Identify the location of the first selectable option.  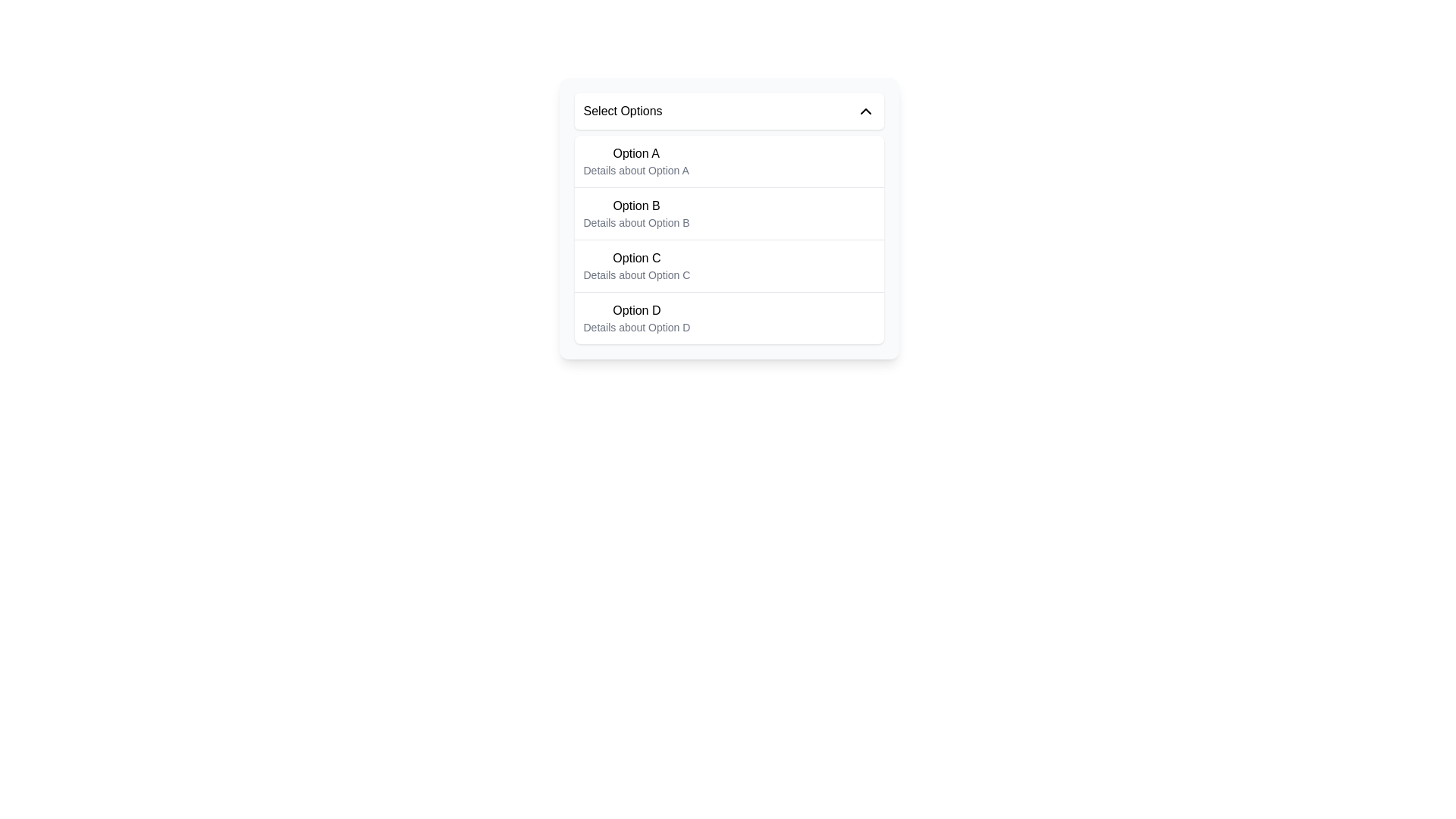
(636, 161).